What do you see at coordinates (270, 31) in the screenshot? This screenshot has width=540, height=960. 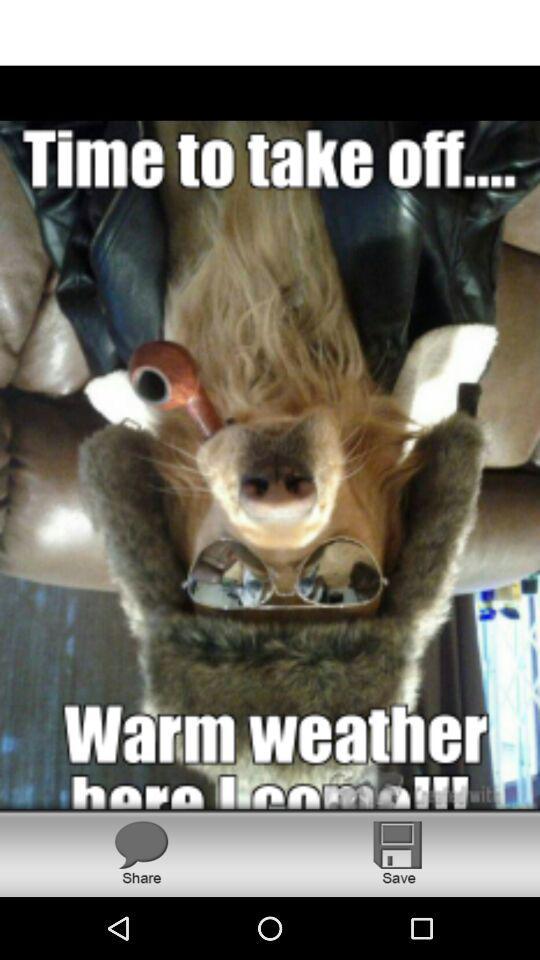 I see `the item at the top` at bounding box center [270, 31].